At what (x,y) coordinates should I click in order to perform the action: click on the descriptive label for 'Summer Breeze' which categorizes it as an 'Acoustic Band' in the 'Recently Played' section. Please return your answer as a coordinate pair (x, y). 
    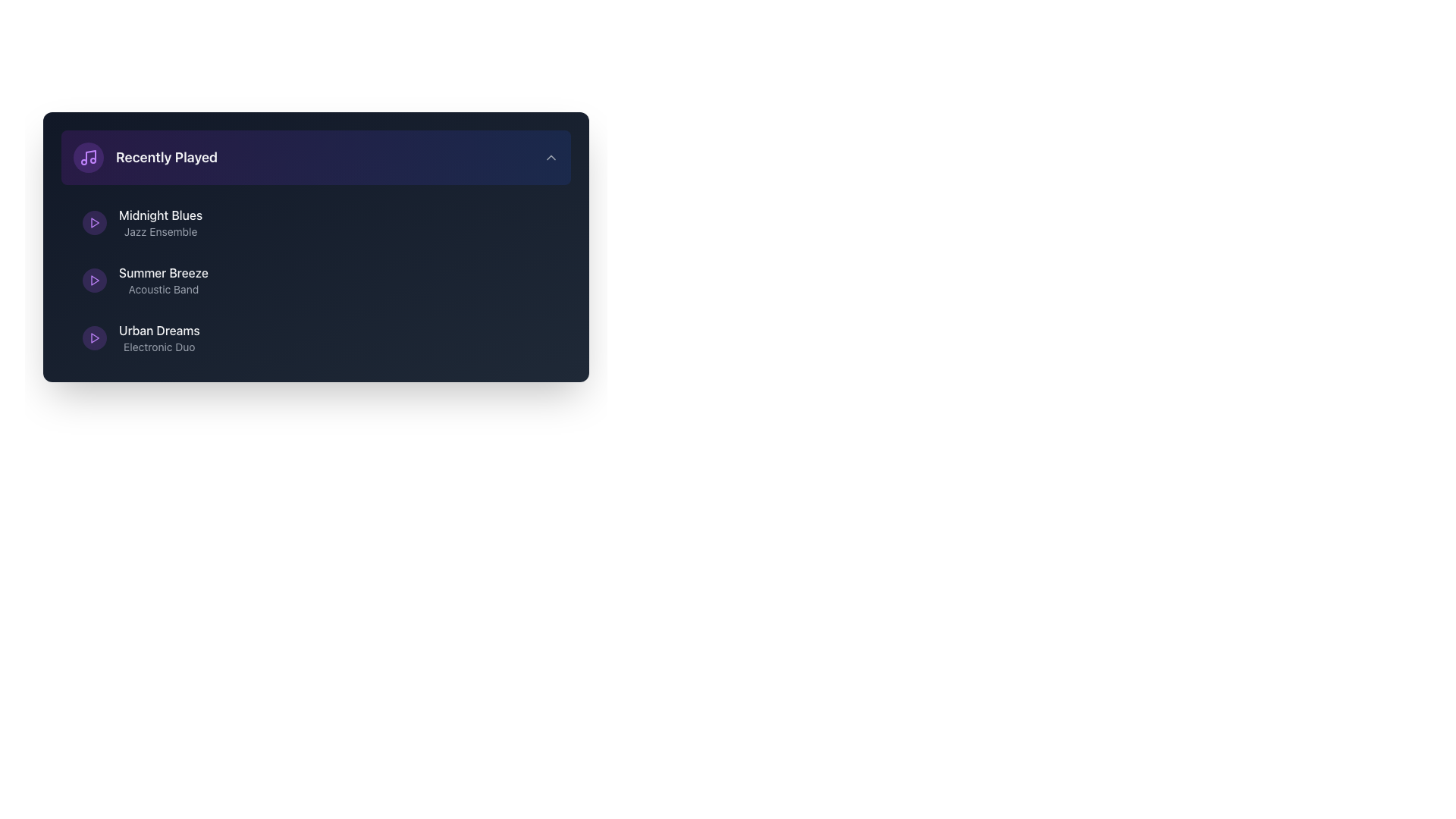
    Looking at the image, I should click on (163, 289).